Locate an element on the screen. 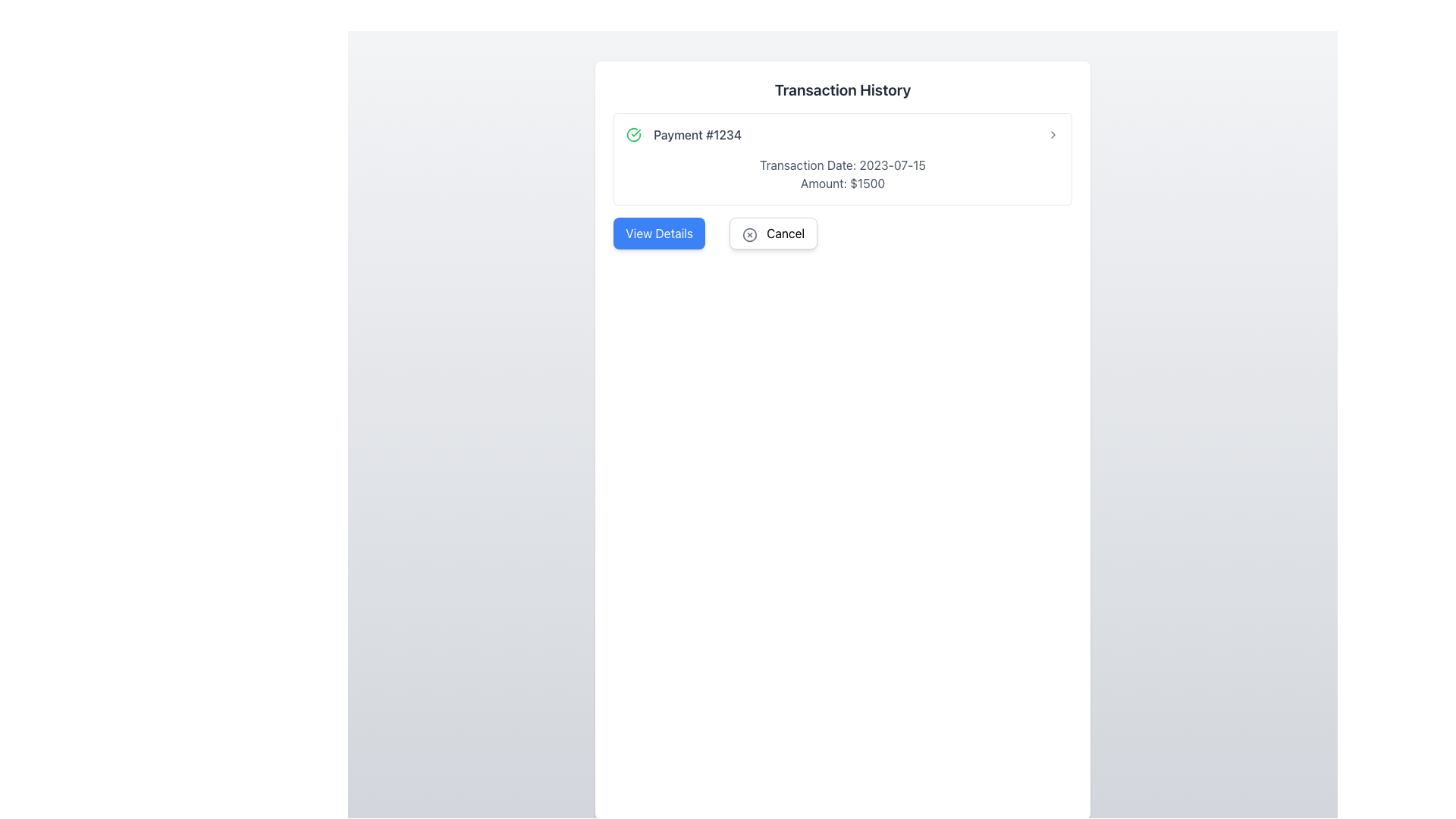 Image resolution: width=1456 pixels, height=819 pixels. displayed information from the text block that shows 'Transaction Date: 2023-07-15' and 'Amount: $1500', which is centrally located in a rounded rectangle below the 'Payment #1234' label is located at coordinates (842, 174).